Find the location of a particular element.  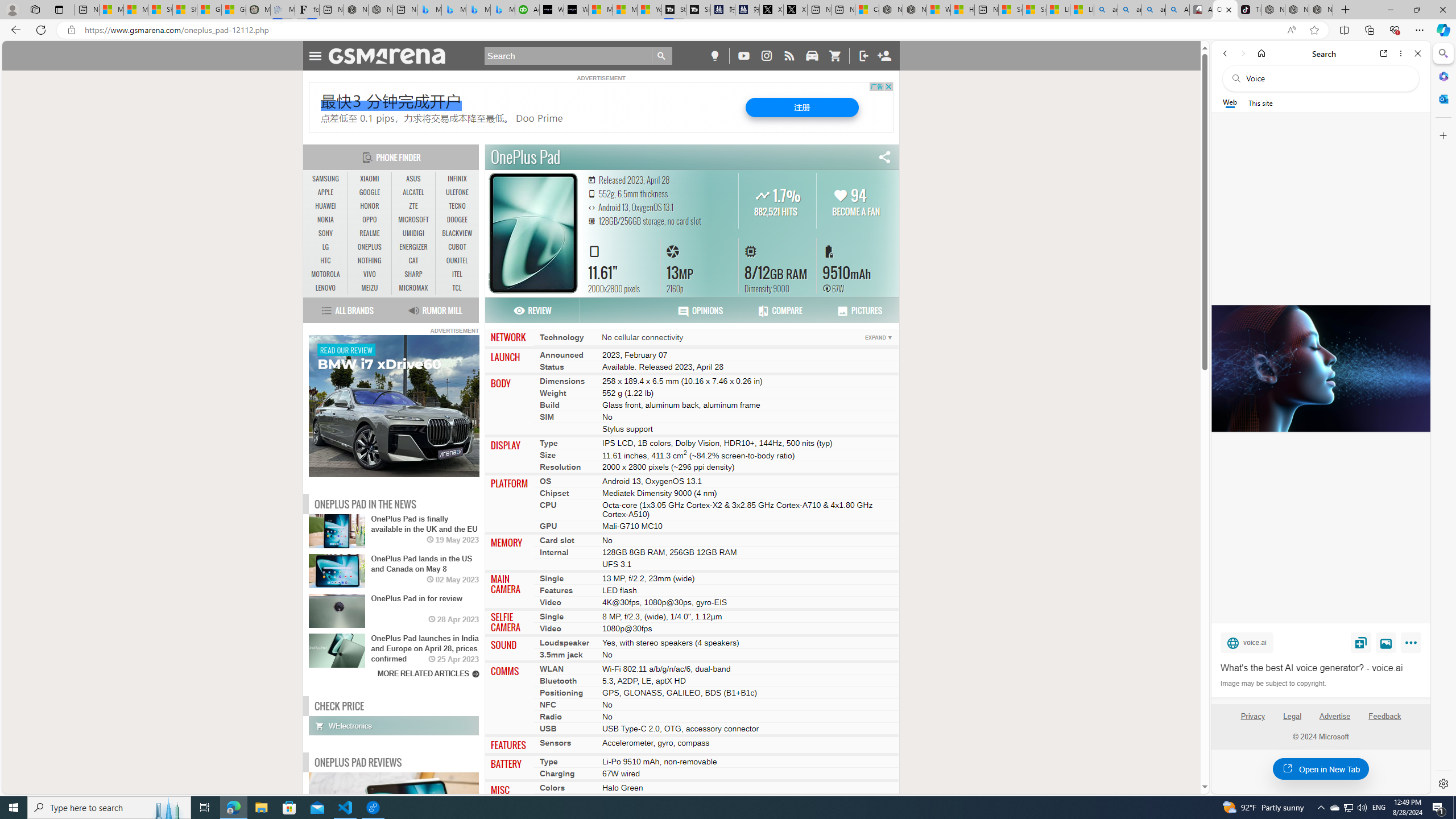

'Single' is located at coordinates (552, 616).